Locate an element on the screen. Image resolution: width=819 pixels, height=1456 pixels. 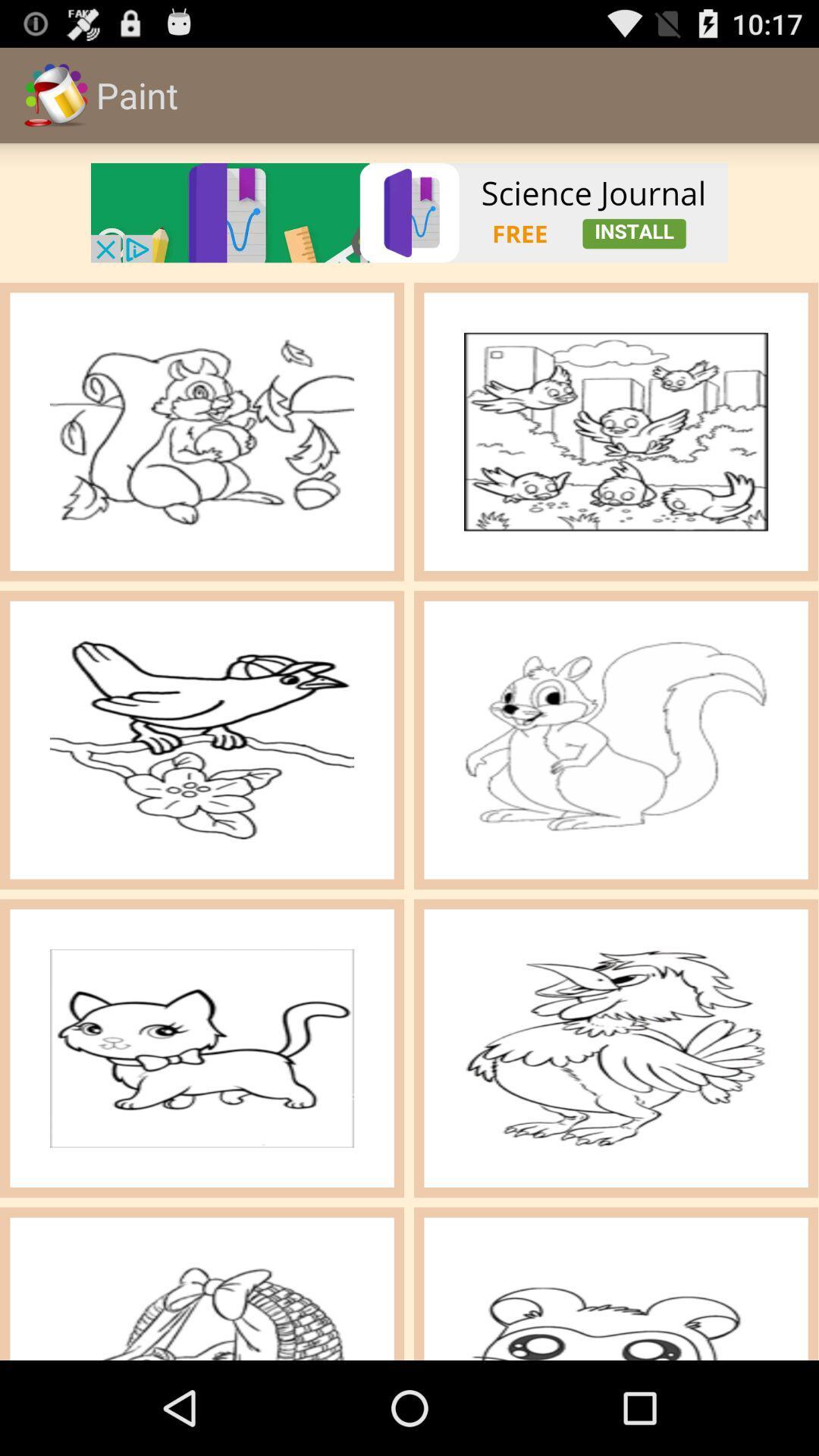
go to advt page is located at coordinates (409, 212).